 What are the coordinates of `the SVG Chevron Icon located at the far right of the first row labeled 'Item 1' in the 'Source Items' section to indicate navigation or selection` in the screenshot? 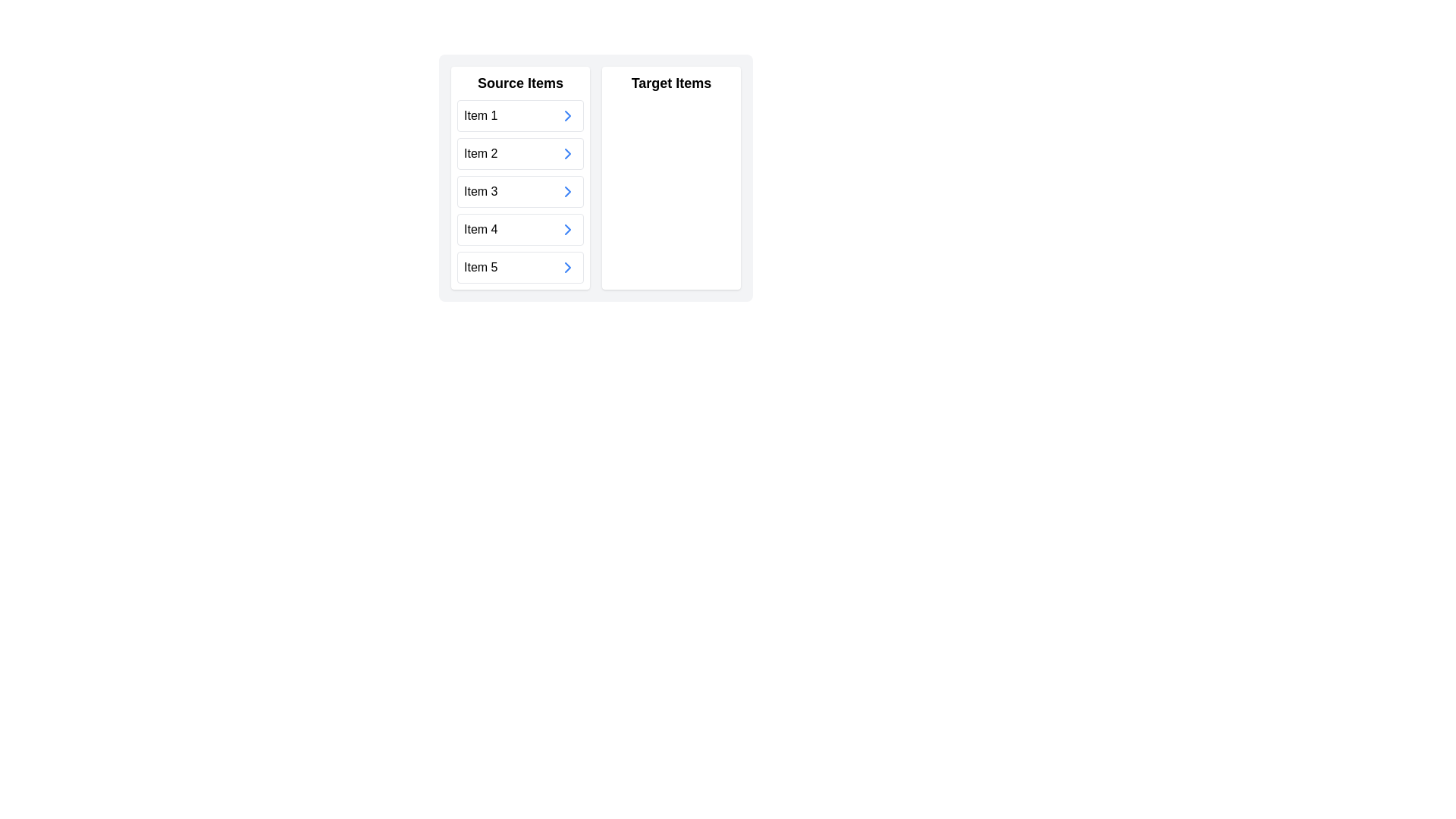 It's located at (566, 115).